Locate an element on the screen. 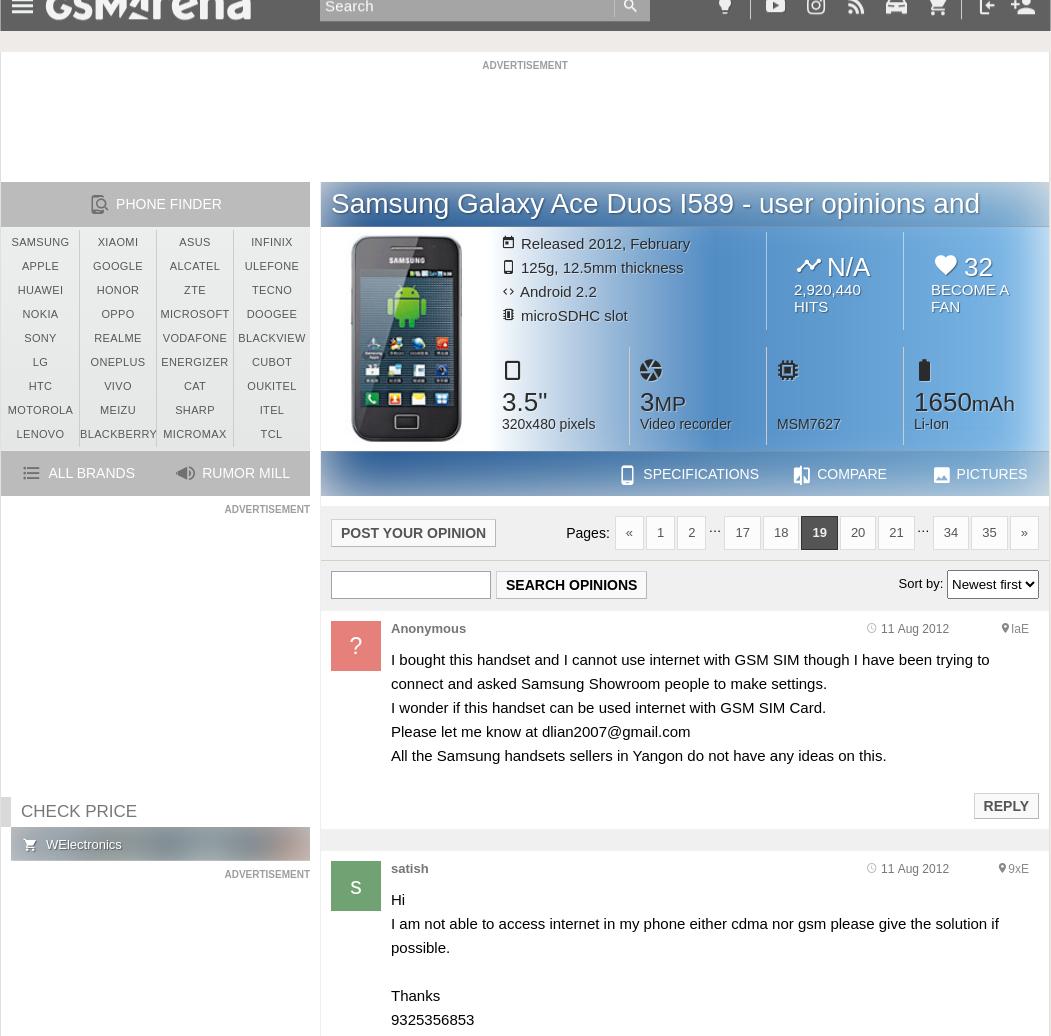 The height and width of the screenshot is (1036, 1051). 'Oppo' is located at coordinates (101, 314).